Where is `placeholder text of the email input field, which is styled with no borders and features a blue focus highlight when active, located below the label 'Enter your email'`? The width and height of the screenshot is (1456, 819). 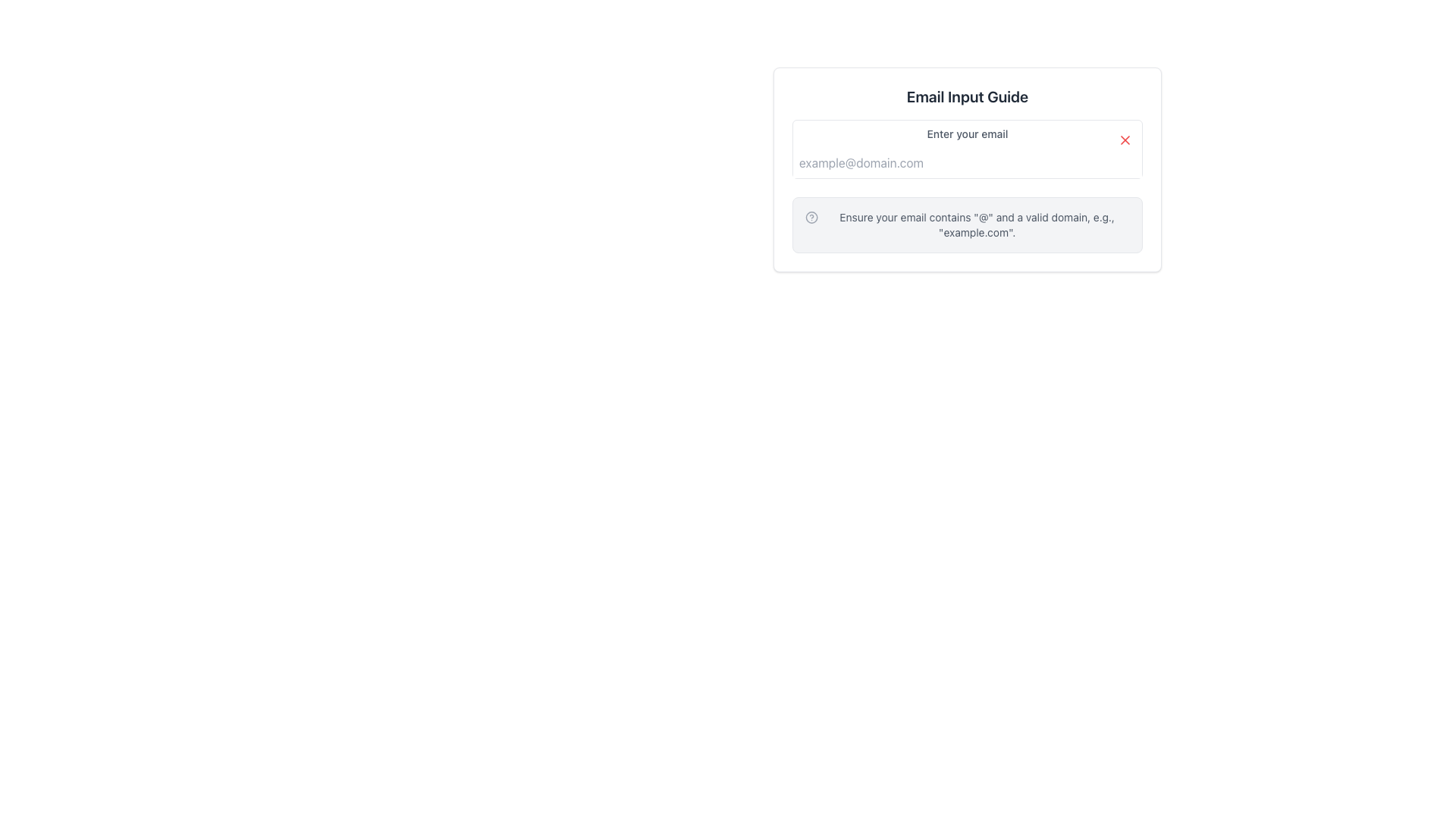 placeholder text of the email input field, which is styled with no borders and features a blue focus highlight when active, located below the label 'Enter your email' is located at coordinates (967, 163).